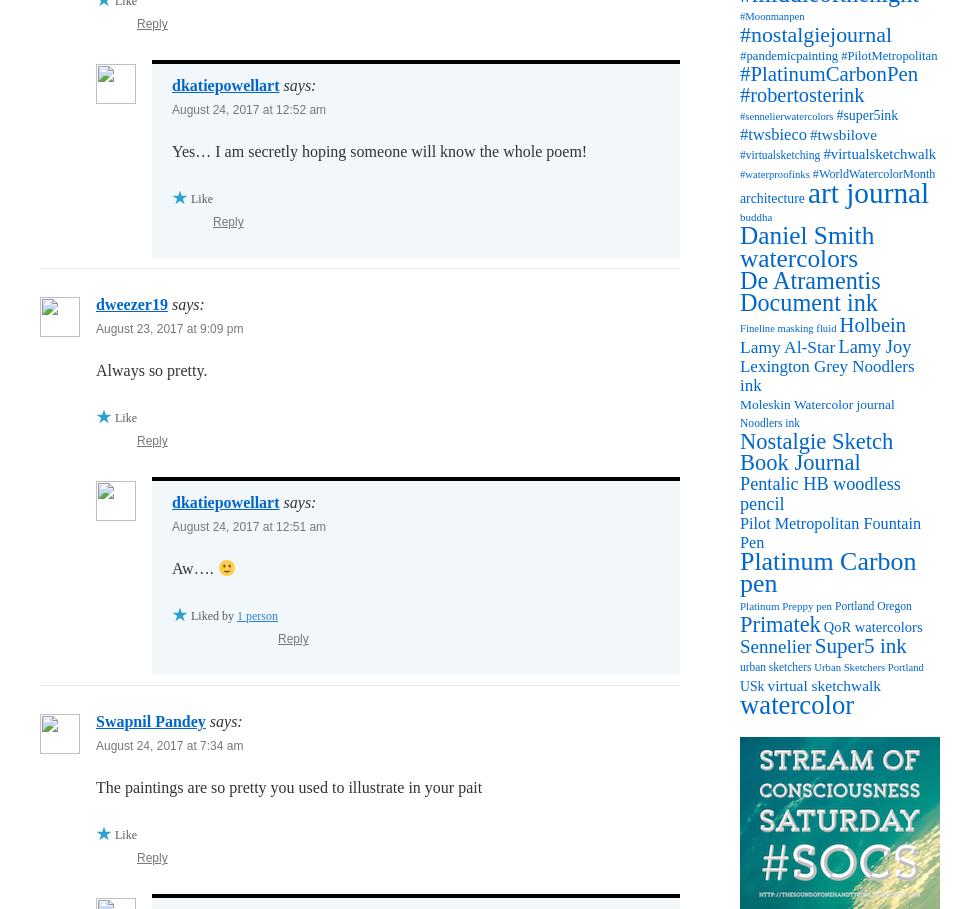 This screenshot has height=909, width=980. Describe the element at coordinates (786, 116) in the screenshot. I see `'#sennelierwatercolors'` at that location.